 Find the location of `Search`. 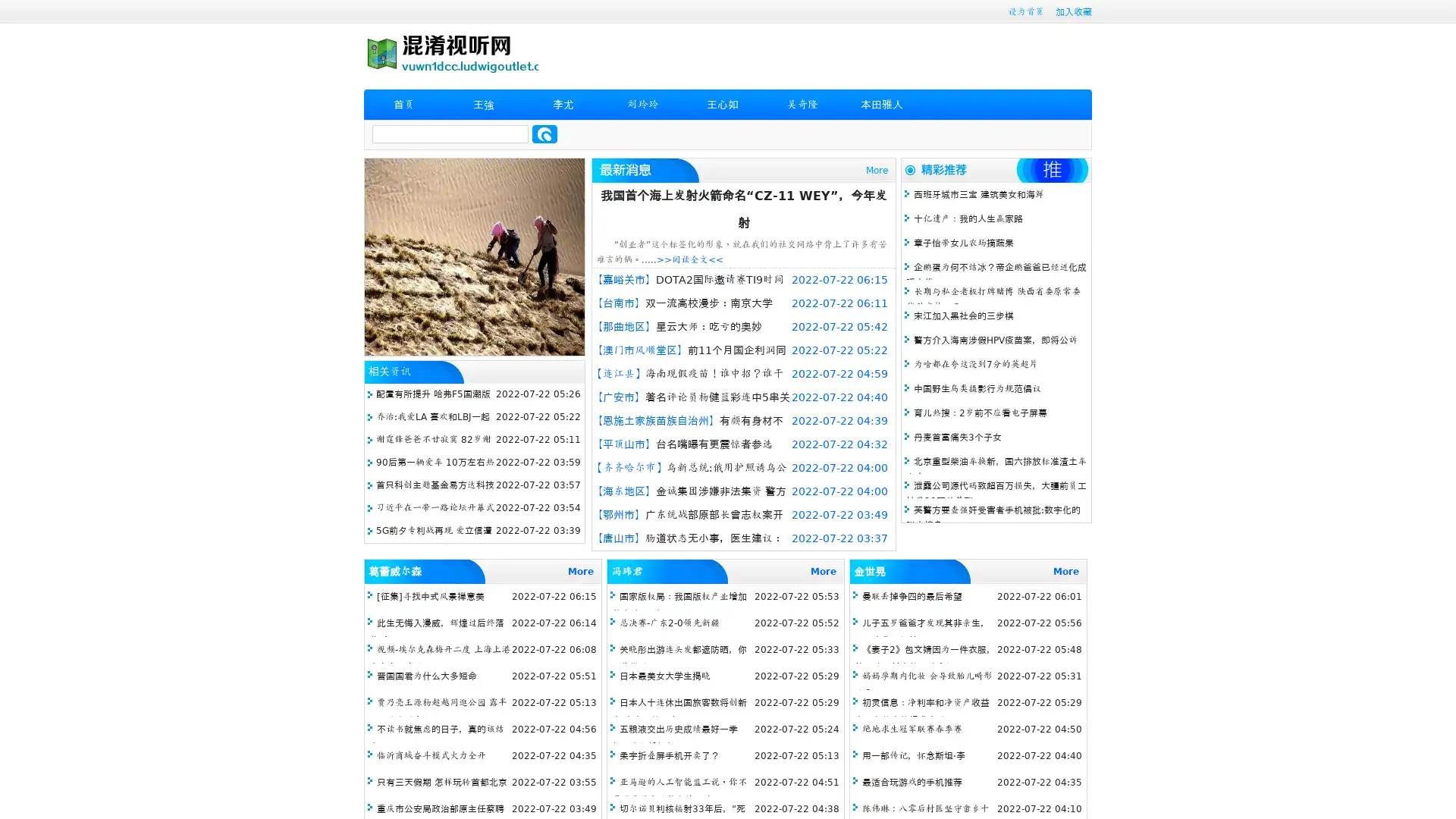

Search is located at coordinates (544, 133).